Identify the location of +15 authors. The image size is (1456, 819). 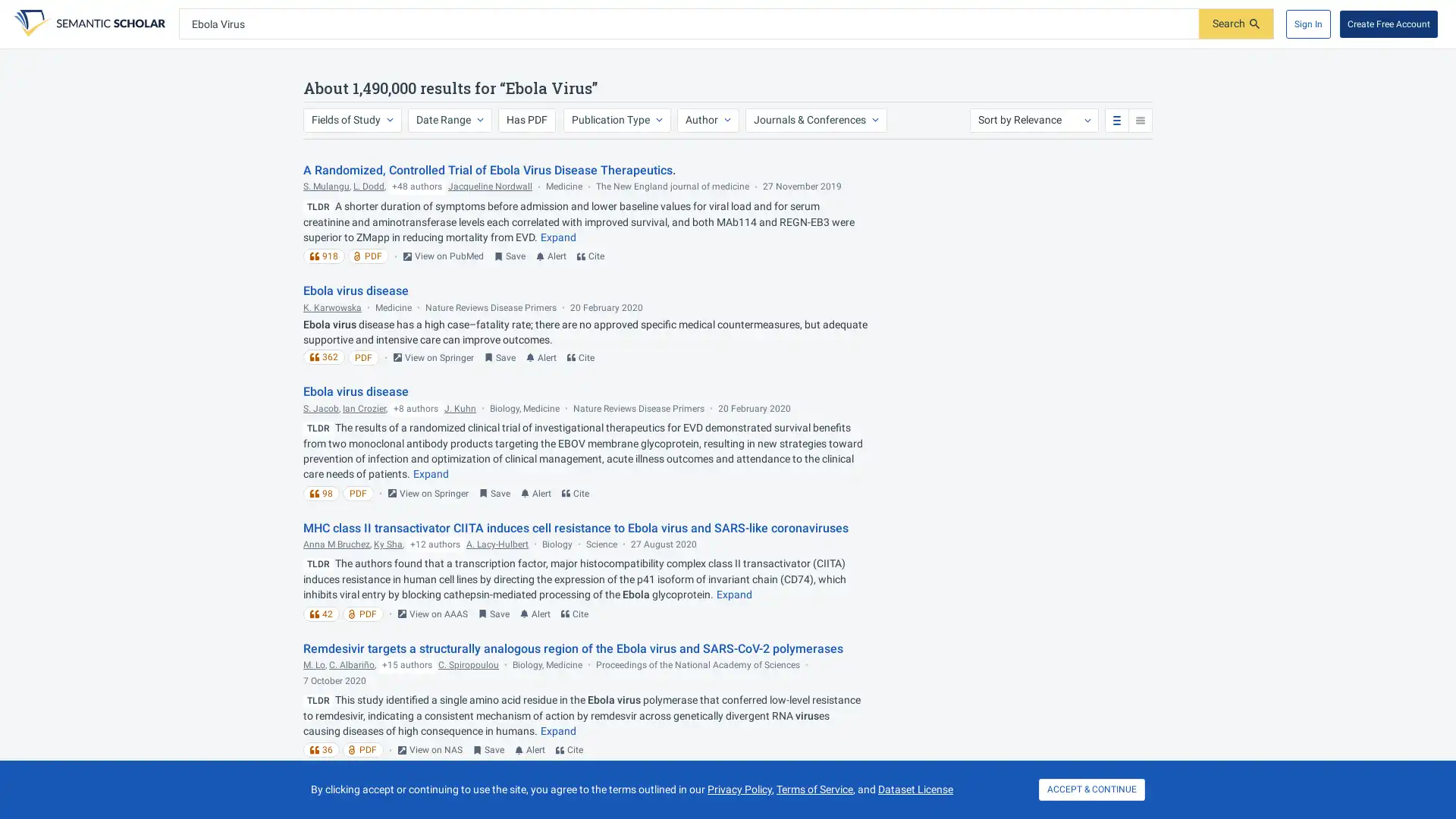
(407, 664).